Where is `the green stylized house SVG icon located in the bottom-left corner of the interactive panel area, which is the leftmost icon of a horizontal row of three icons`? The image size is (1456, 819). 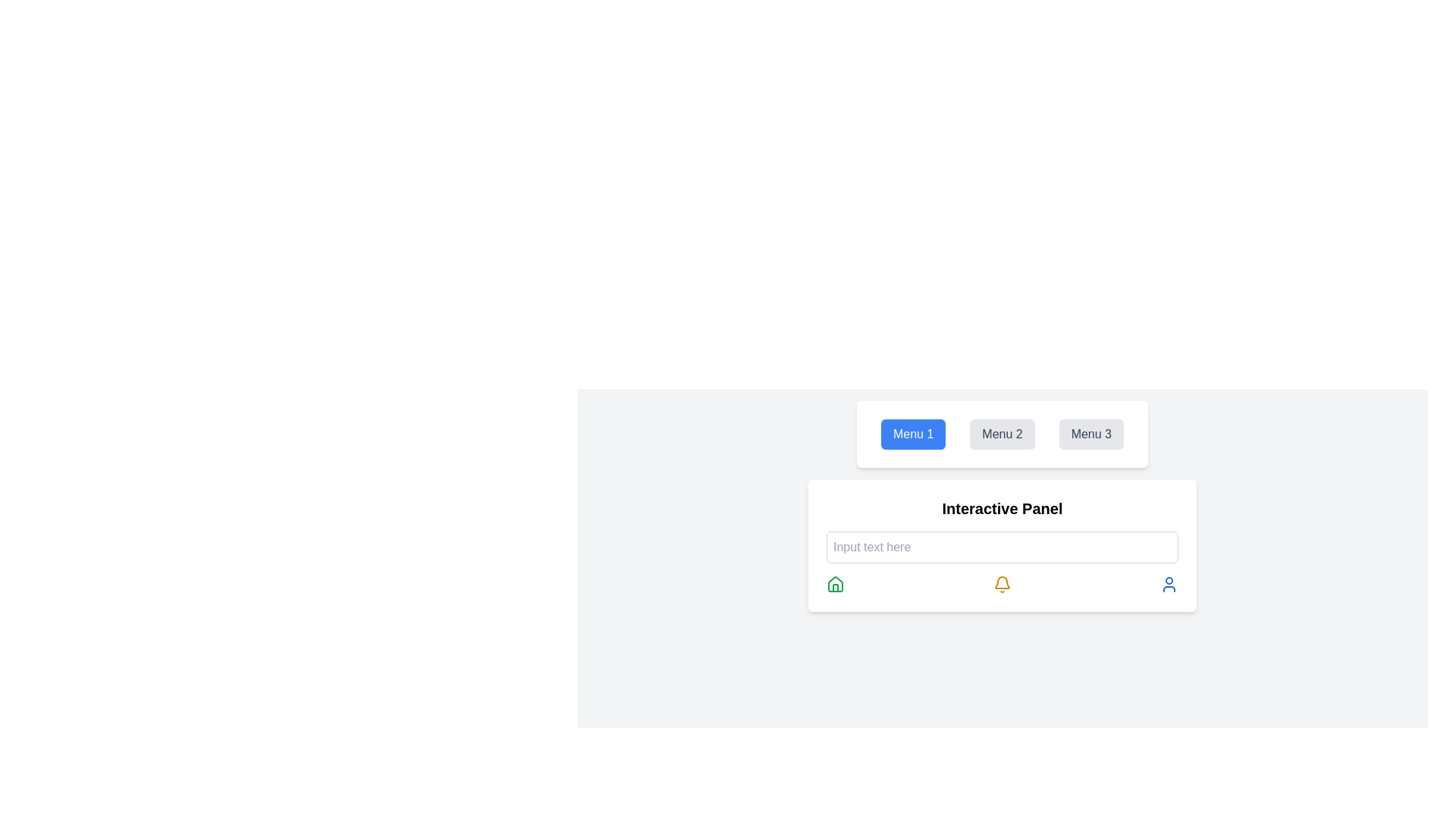 the green stylized house SVG icon located in the bottom-left corner of the interactive panel area, which is the leftmost icon of a horizontal row of three icons is located at coordinates (835, 584).